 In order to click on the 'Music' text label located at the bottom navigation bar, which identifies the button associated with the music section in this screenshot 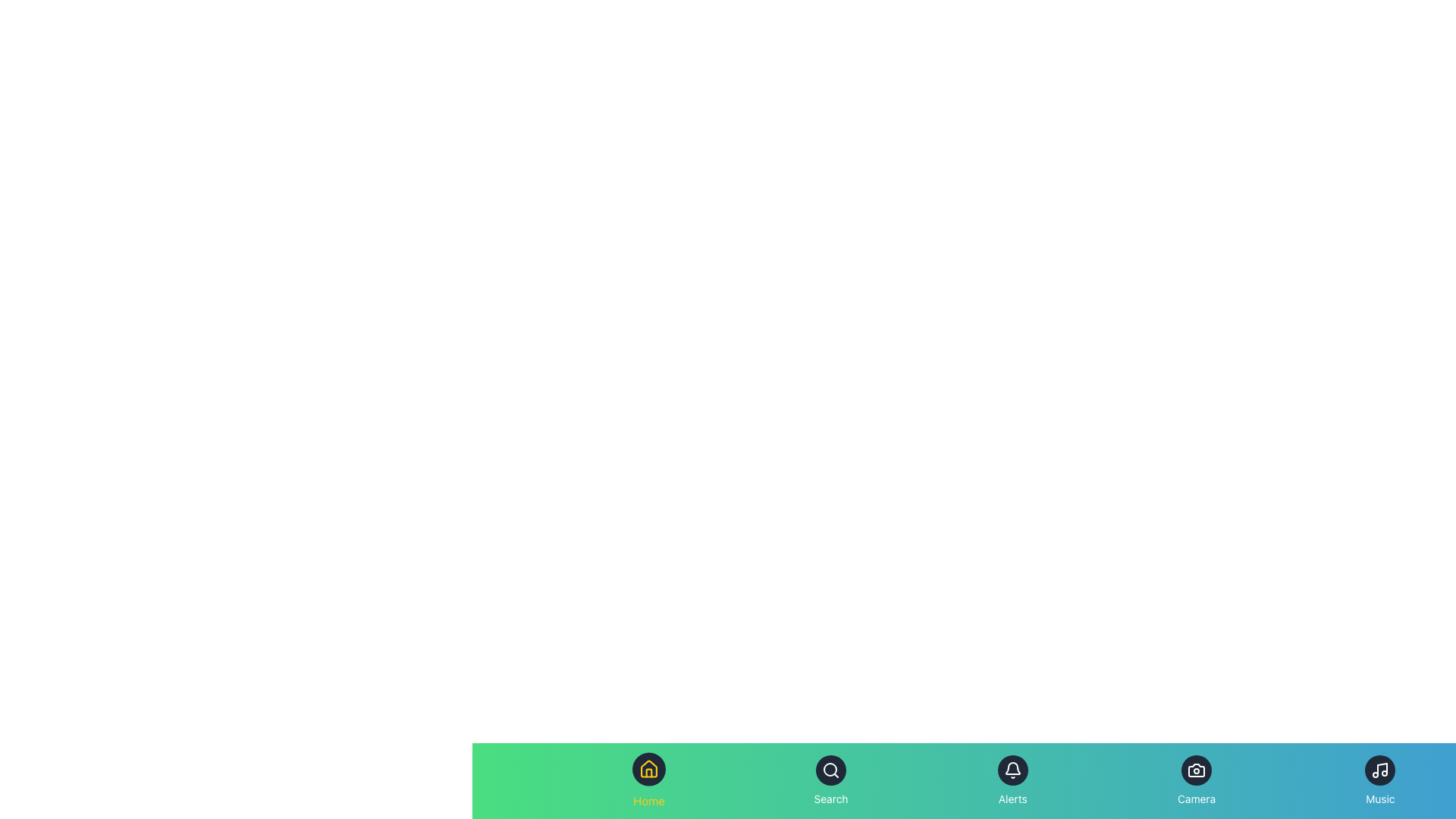, I will do `click(1380, 798)`.